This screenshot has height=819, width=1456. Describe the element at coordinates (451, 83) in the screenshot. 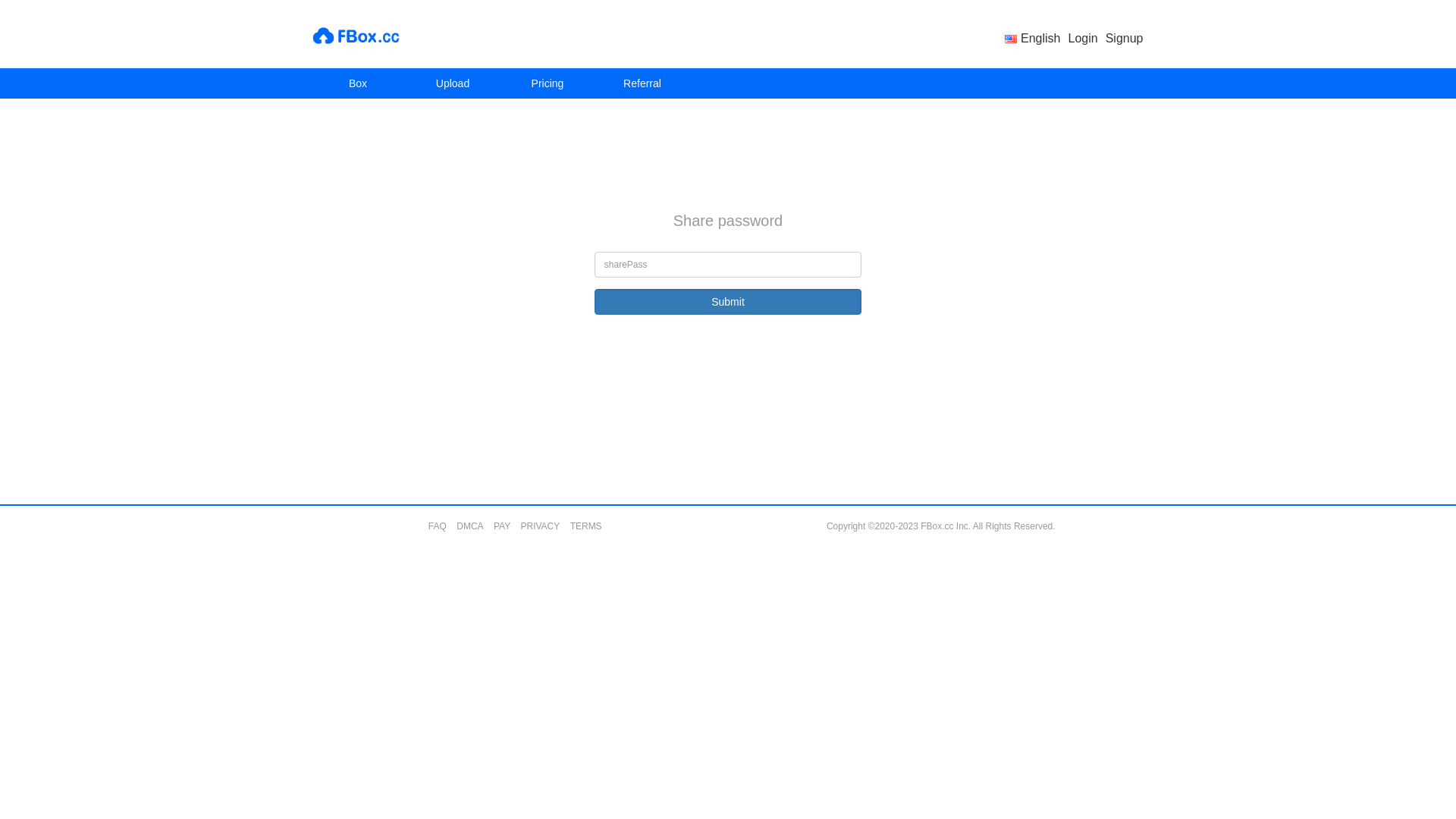

I see `'Upload'` at that location.